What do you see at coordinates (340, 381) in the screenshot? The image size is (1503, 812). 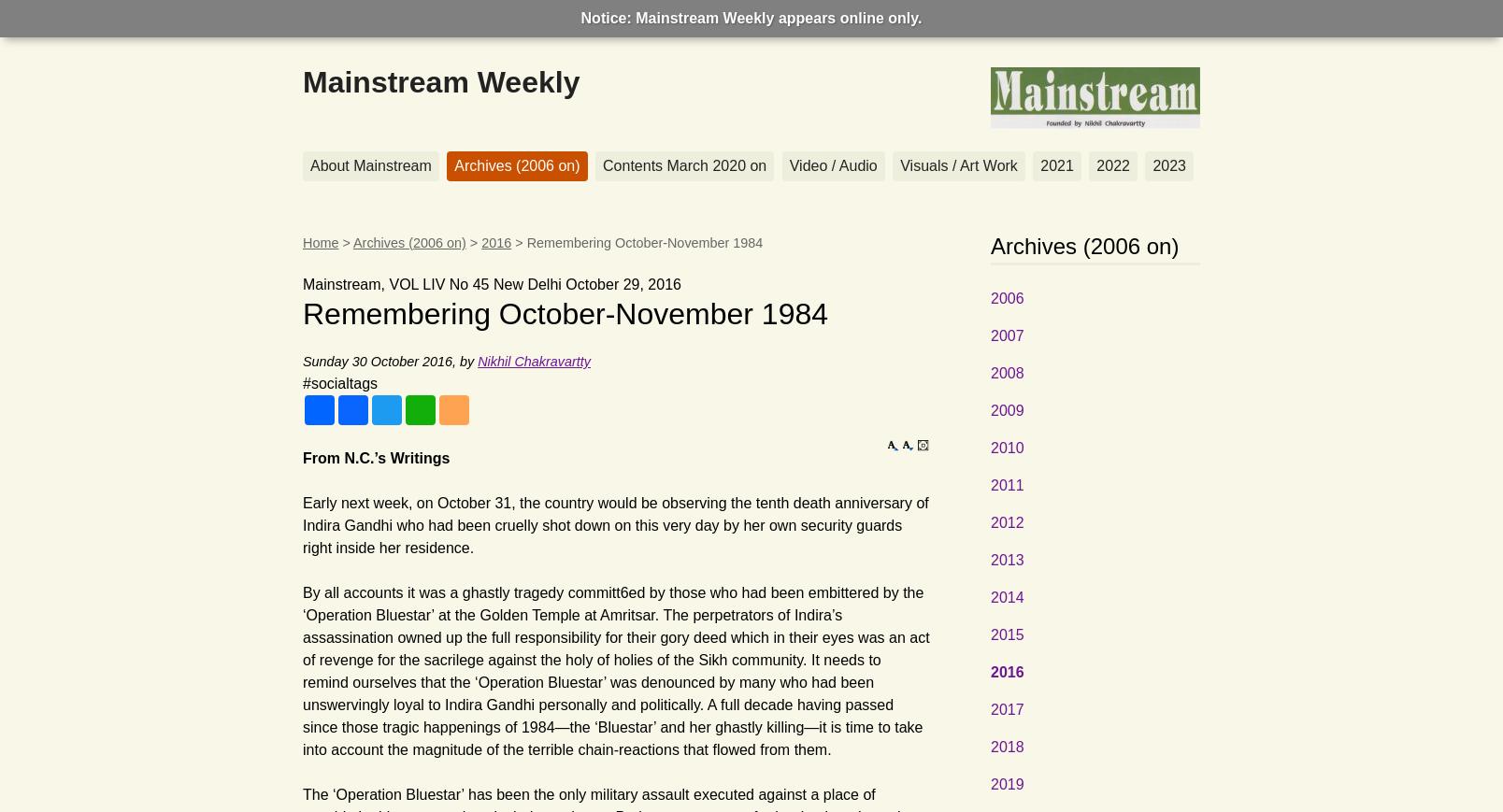 I see `'#socialtags'` at bounding box center [340, 381].